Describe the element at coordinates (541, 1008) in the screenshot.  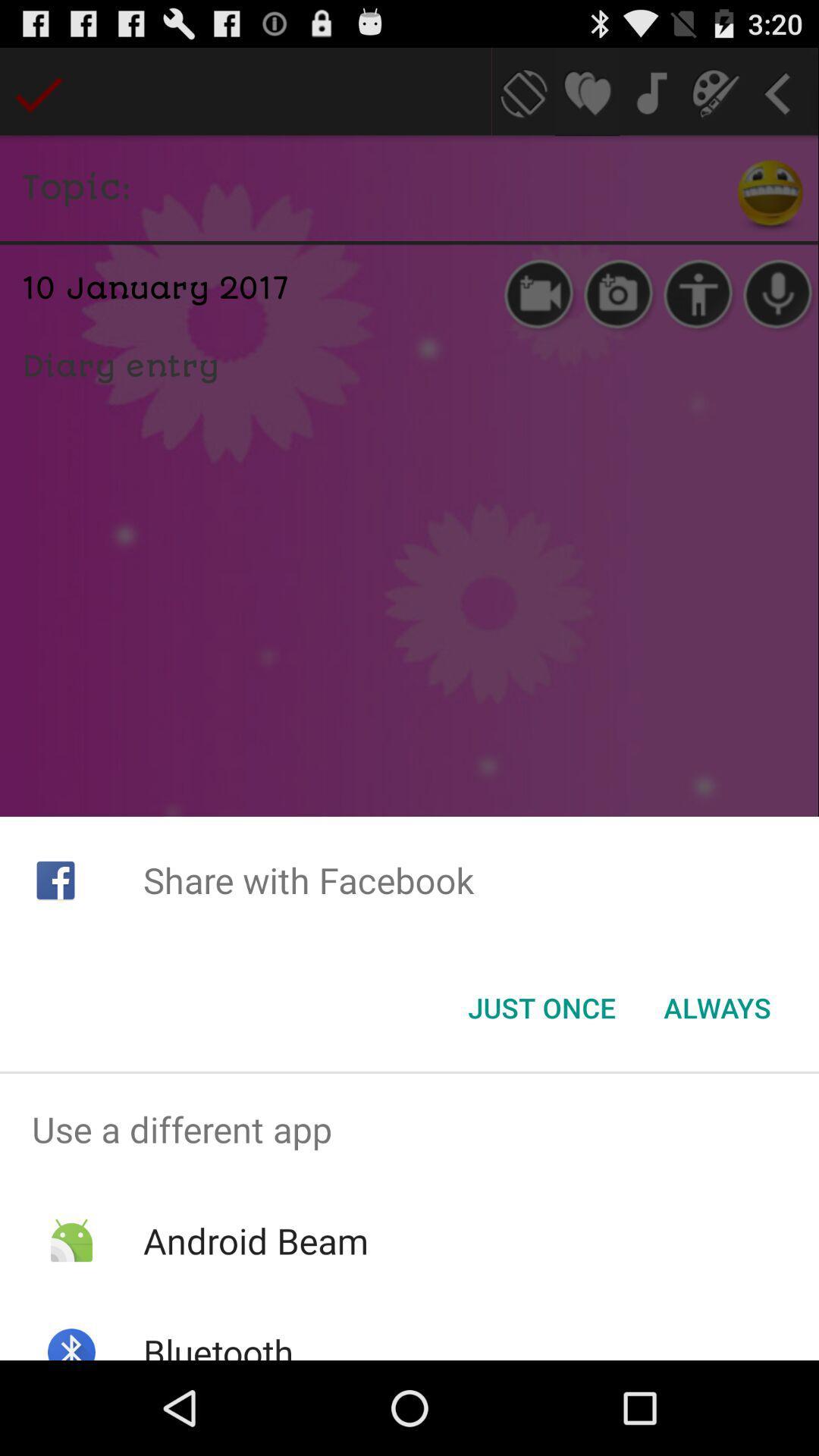
I see `the item to the left of always button` at that location.